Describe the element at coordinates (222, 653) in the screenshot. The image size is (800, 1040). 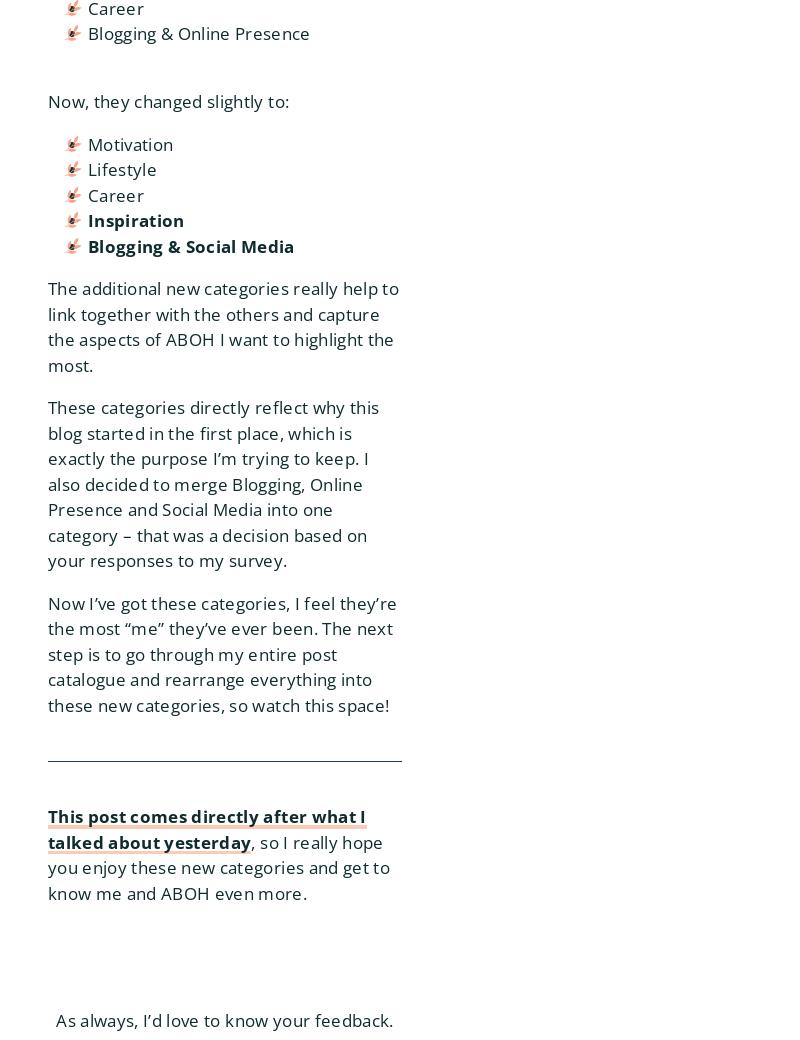
I see `'Now I’ve got these categories, I feel they’re the most “me” they’ve ever been. The next step is to go through my entire post catalogue and rearrange everything into these new categories, so watch this space!'` at that location.